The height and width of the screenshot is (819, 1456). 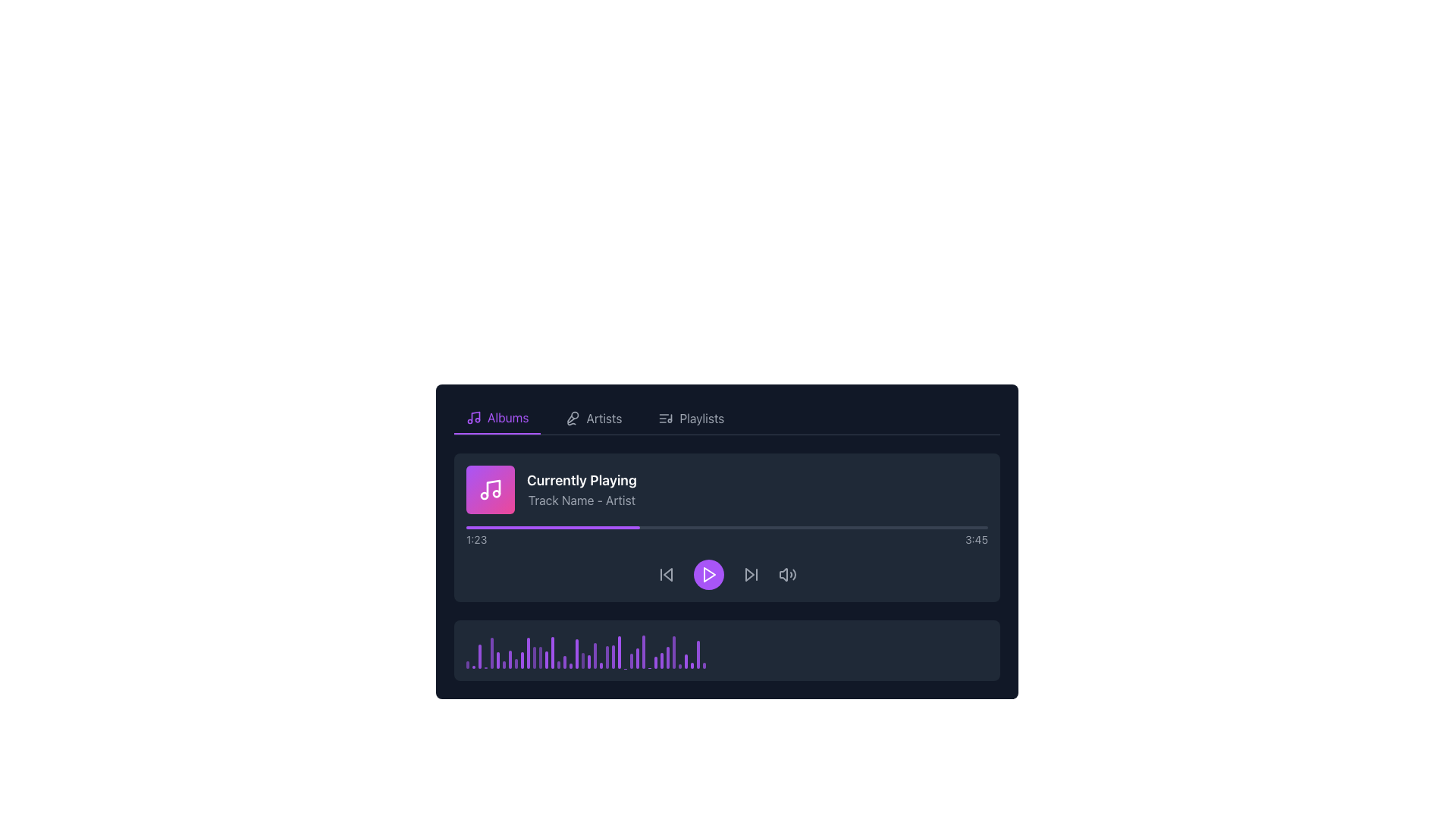 What do you see at coordinates (667, 657) in the screenshot?
I see `the 29th purple rounded bar chart column located in the bottom section of the media player interface` at bounding box center [667, 657].